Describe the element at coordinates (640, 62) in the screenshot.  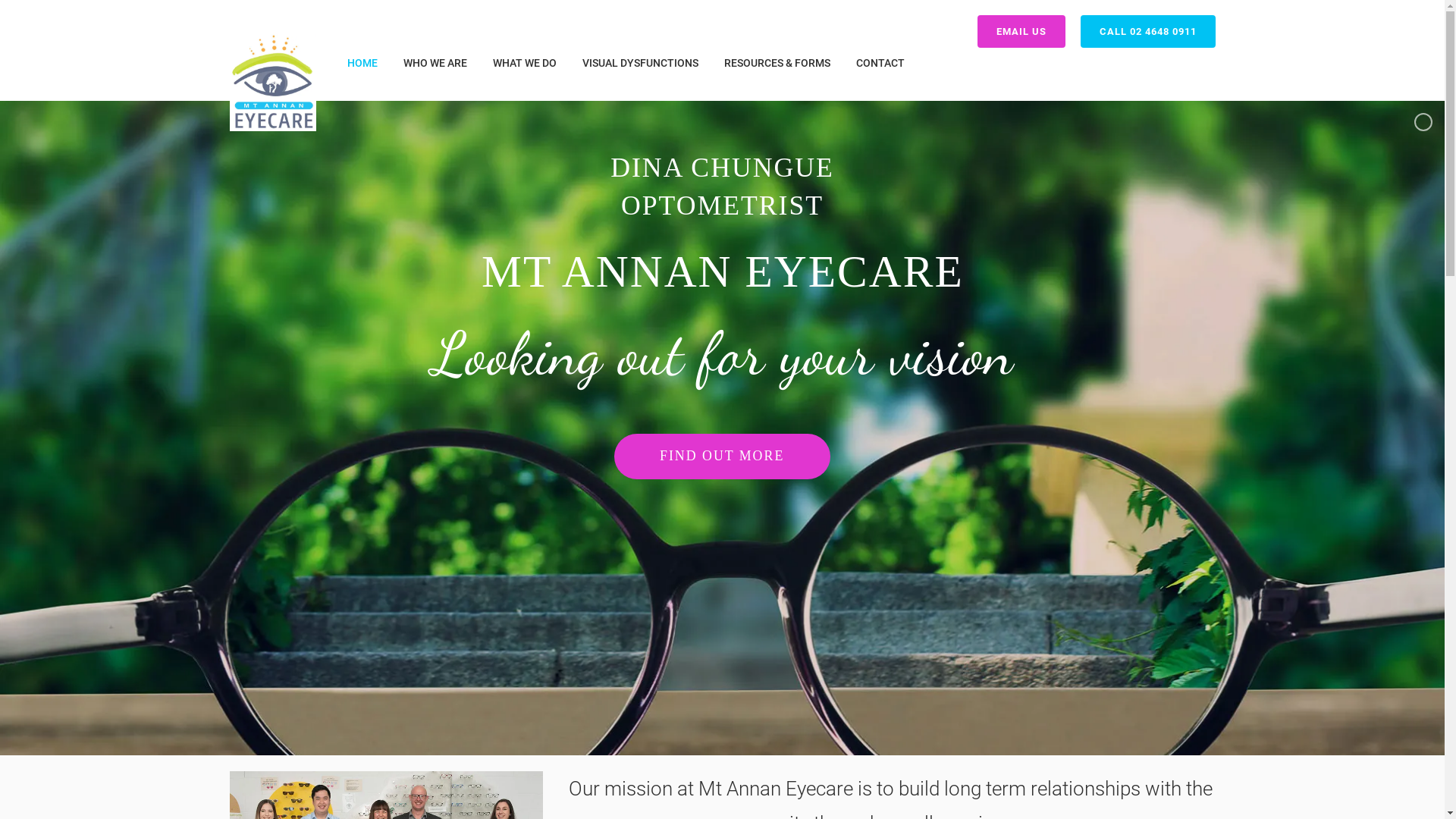
I see `'VISUAL DYSFUNCTIONS'` at that location.